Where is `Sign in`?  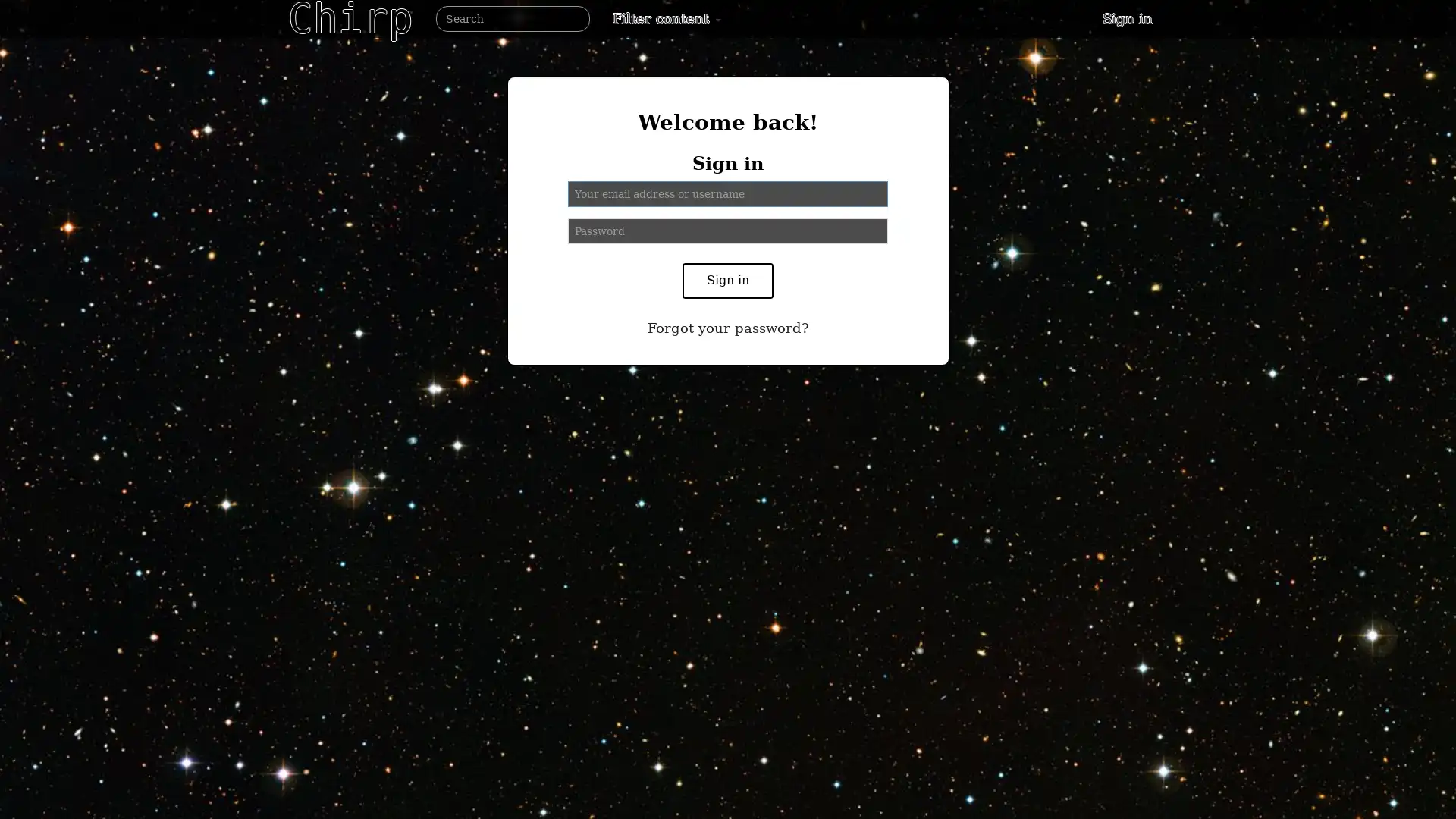
Sign in is located at coordinates (728, 281).